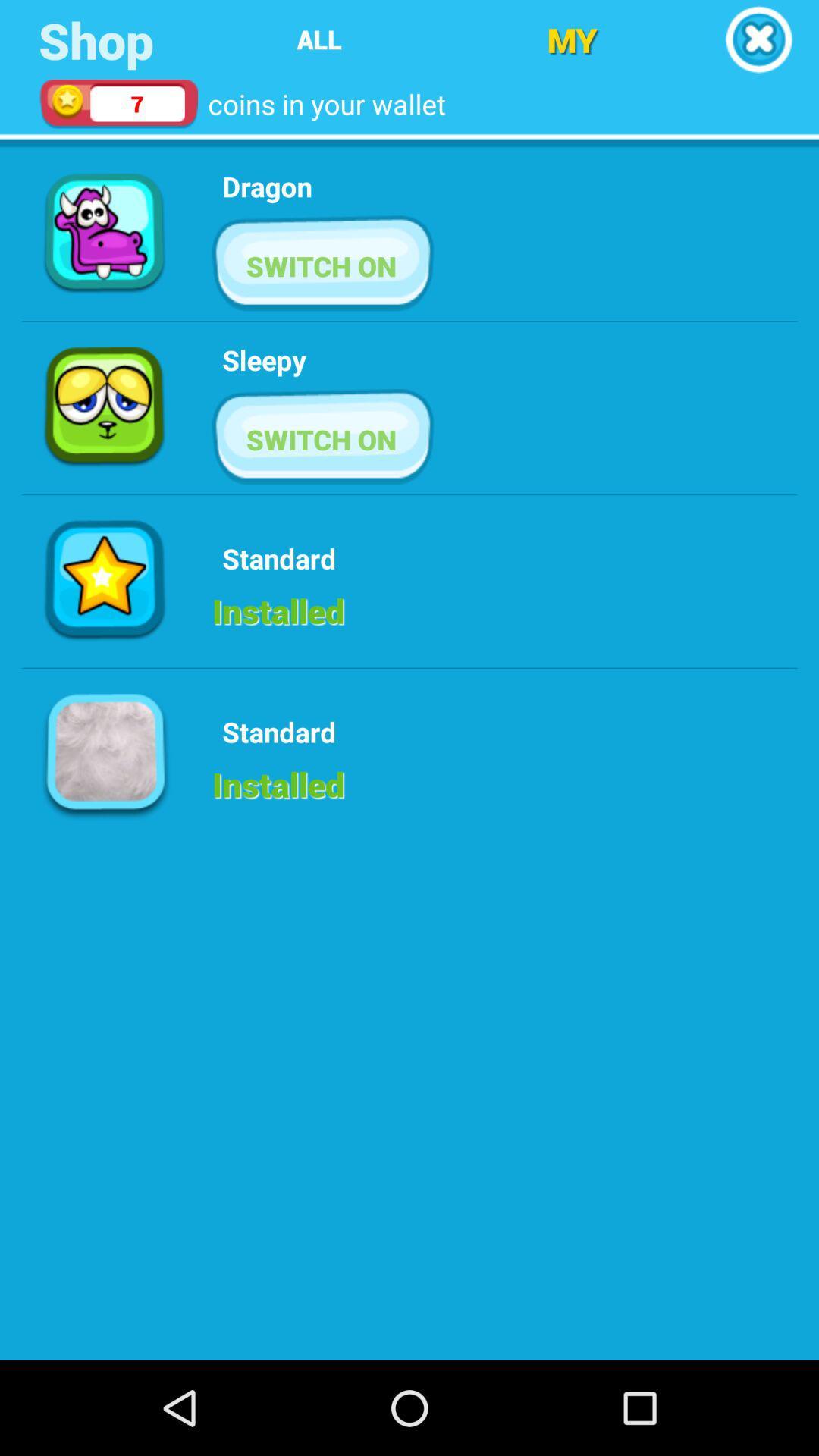 This screenshot has width=819, height=1456. What do you see at coordinates (263, 359) in the screenshot?
I see `sleepy icon` at bounding box center [263, 359].